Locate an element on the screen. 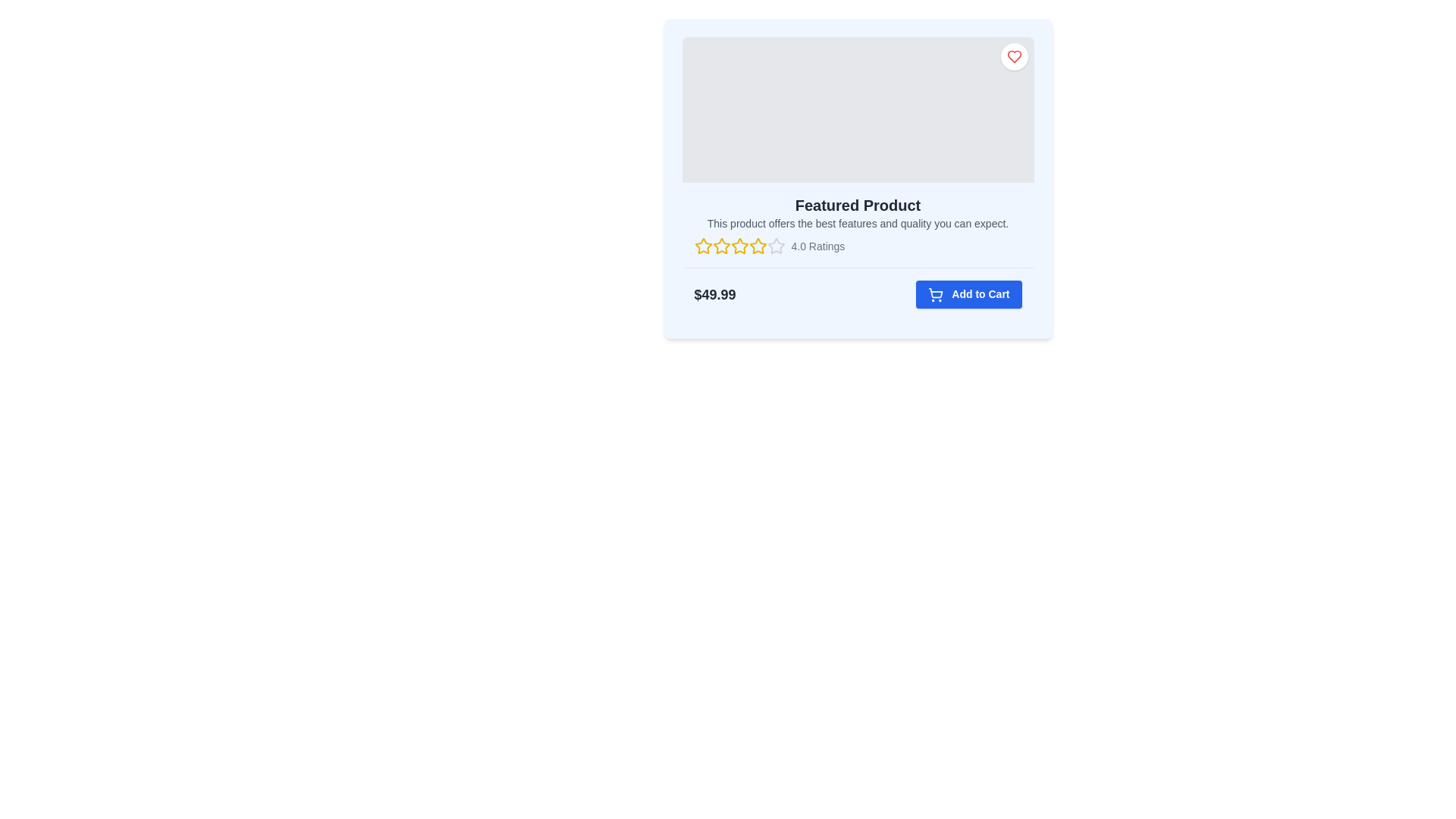  the star icon in the rating system is located at coordinates (775, 245).